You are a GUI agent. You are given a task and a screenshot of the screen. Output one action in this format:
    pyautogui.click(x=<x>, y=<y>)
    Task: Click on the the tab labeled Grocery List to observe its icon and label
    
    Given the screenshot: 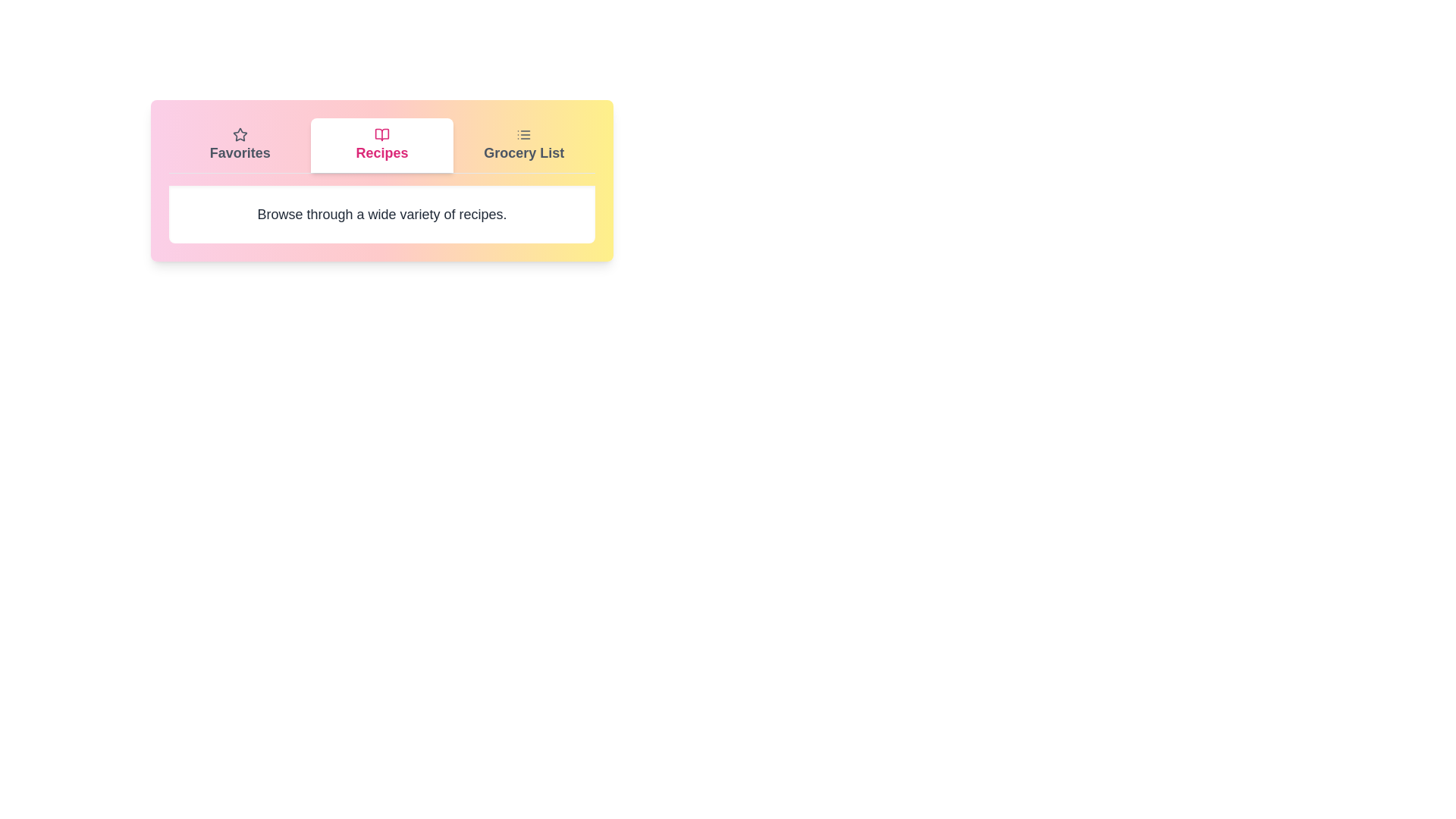 What is the action you would take?
    pyautogui.click(x=524, y=146)
    